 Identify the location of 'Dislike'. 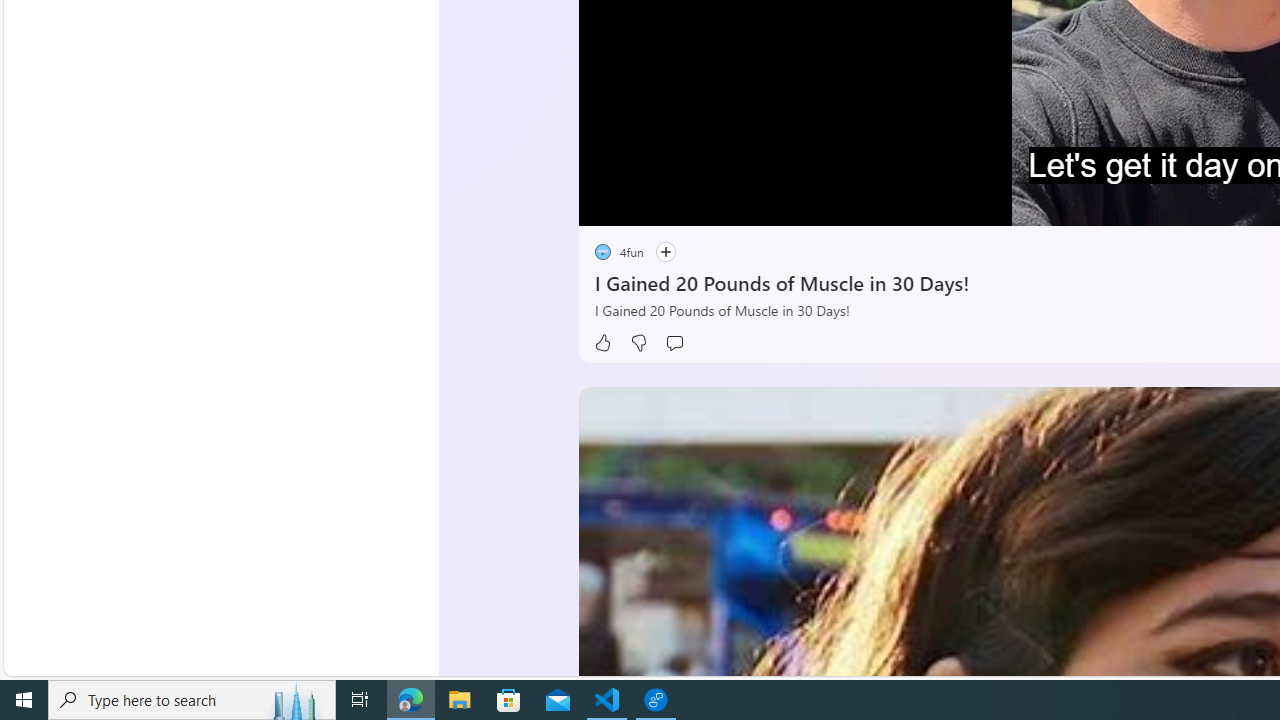
(637, 342).